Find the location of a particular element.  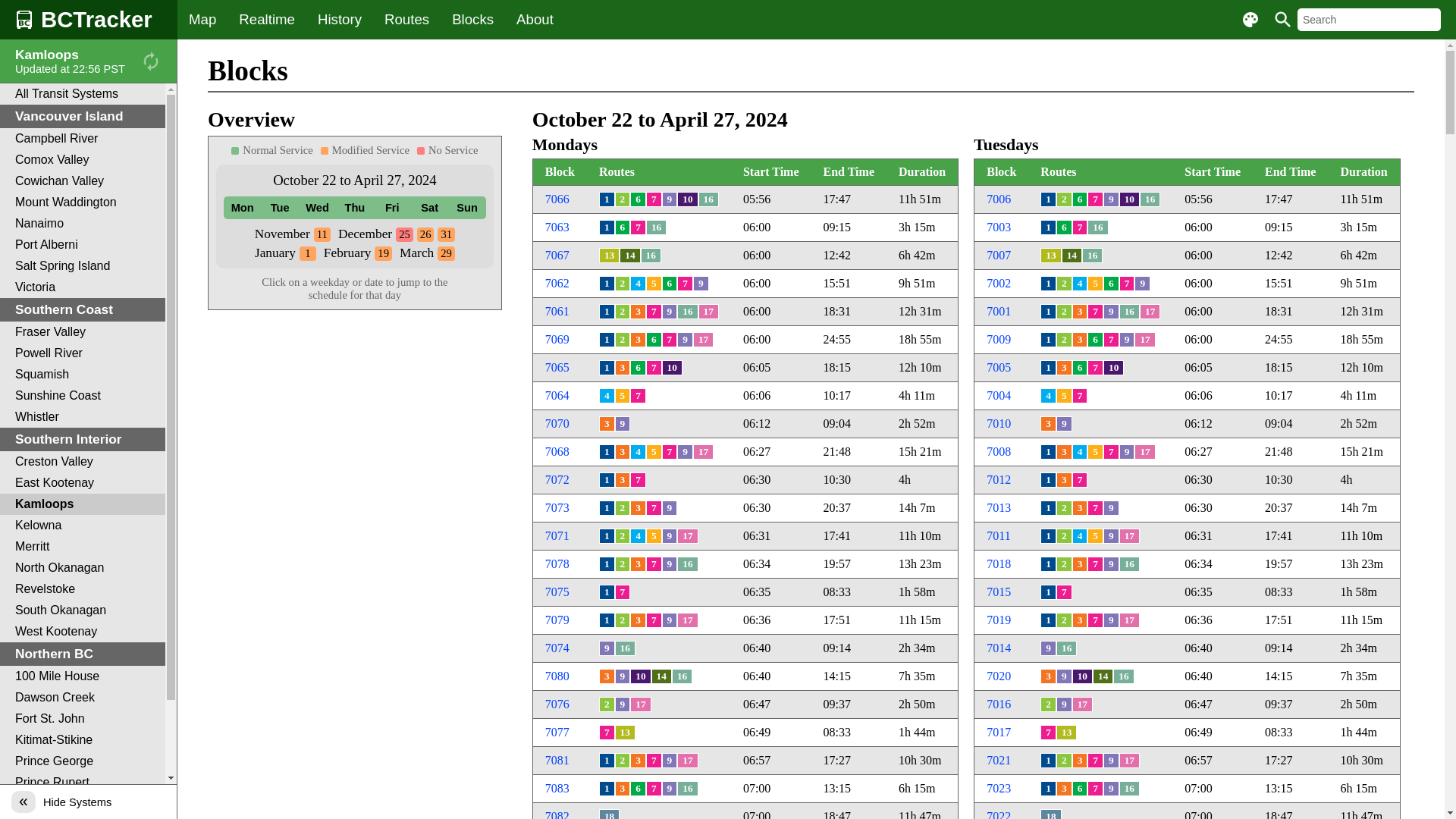

'7021' is located at coordinates (998, 760).